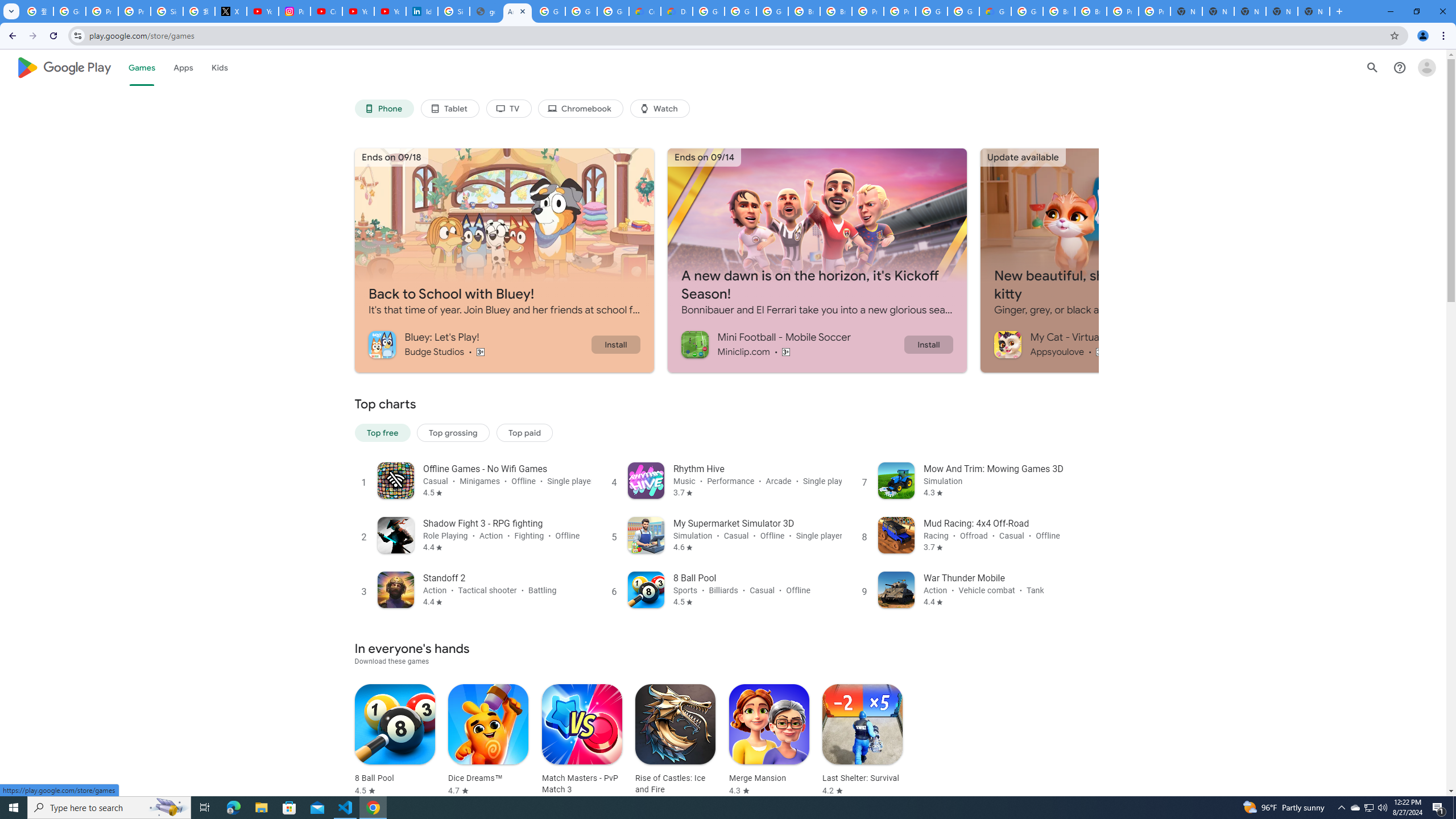 The width and height of the screenshot is (1456, 819). Describe the element at coordinates (581, 11) in the screenshot. I see `'Google Workspace - Specific Terms'` at that location.